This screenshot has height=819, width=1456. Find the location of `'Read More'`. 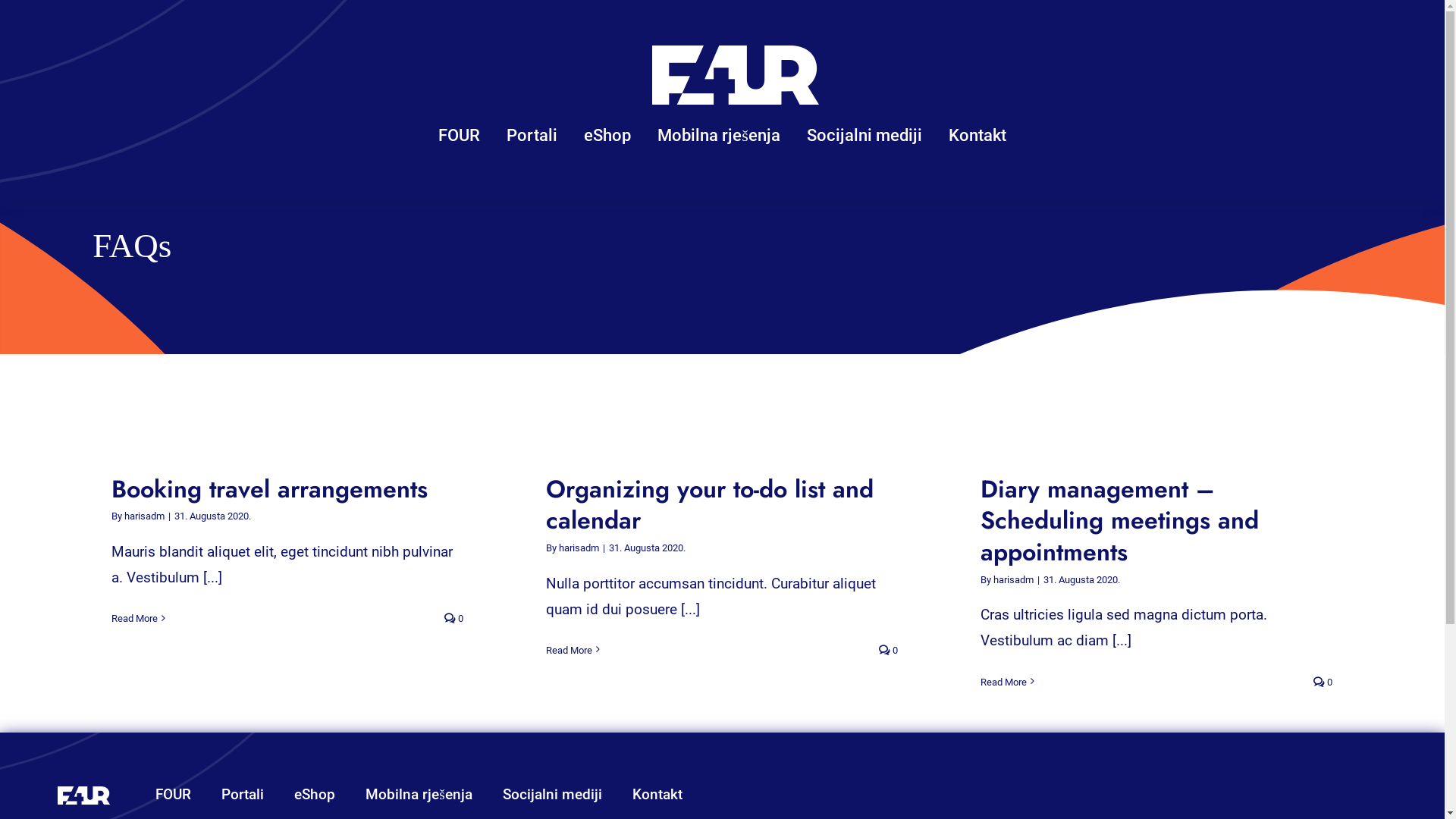

'Read More' is located at coordinates (568, 649).